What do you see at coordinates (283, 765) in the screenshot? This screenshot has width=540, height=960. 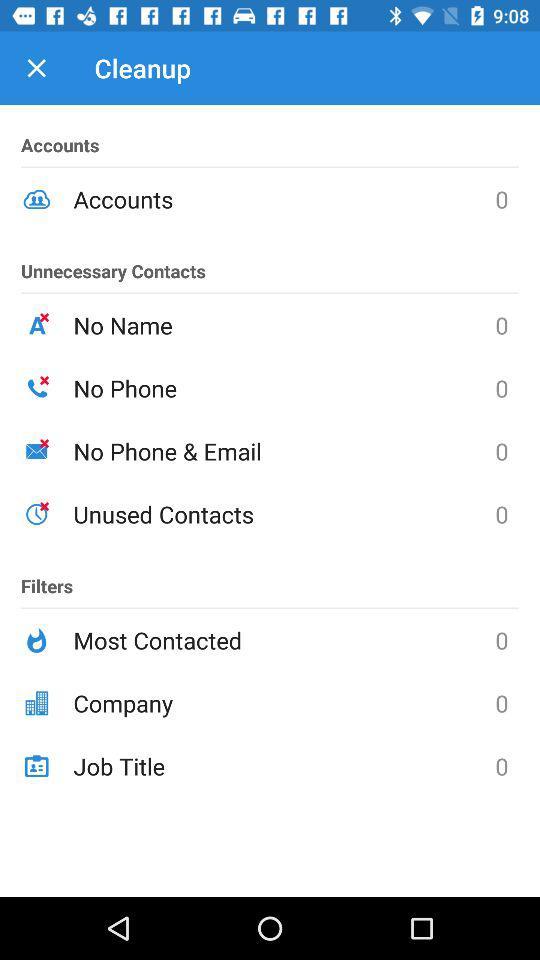 I see `the item to the left of 0 item` at bounding box center [283, 765].